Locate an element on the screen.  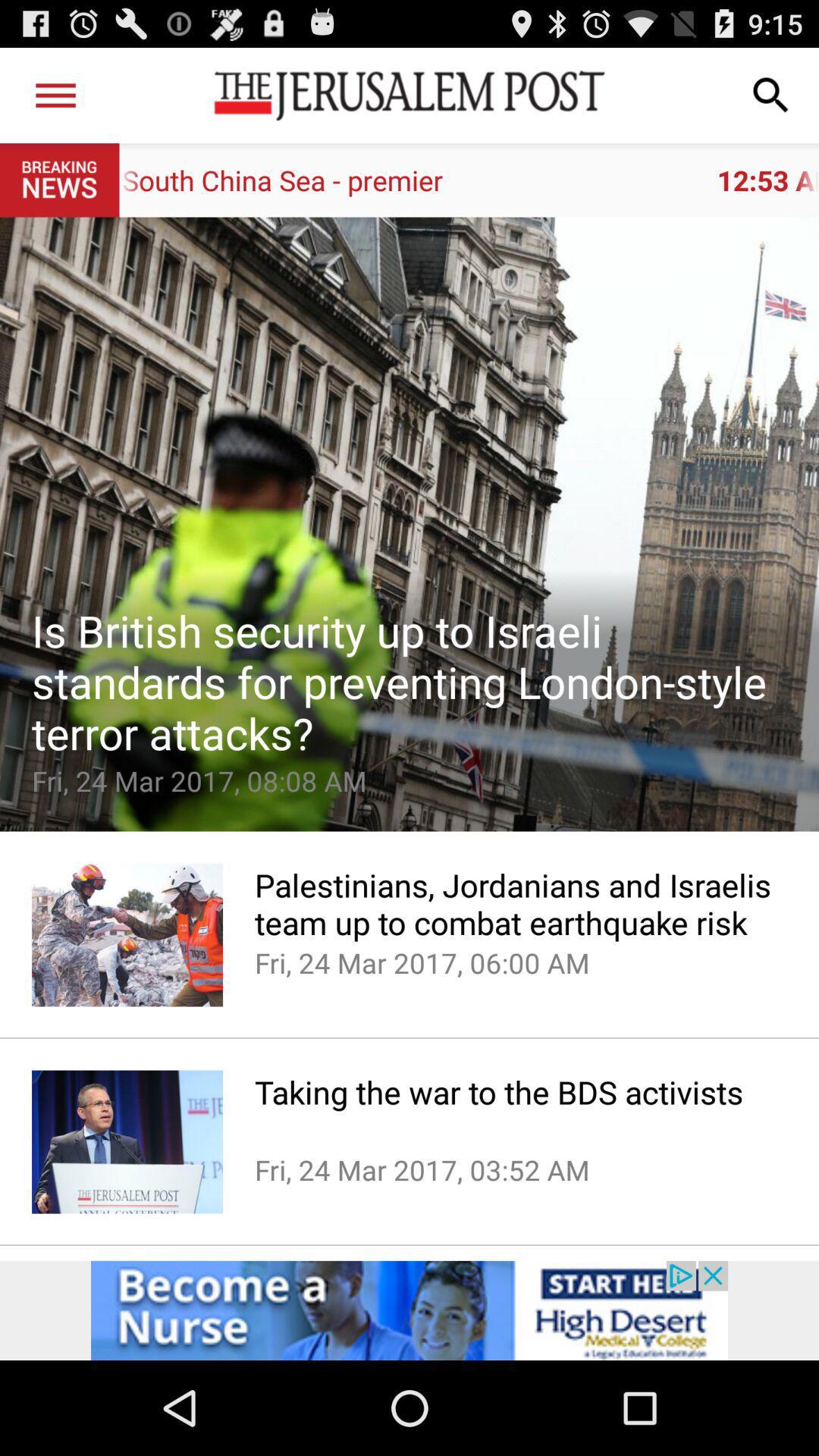
advertisement is located at coordinates (409, 1310).